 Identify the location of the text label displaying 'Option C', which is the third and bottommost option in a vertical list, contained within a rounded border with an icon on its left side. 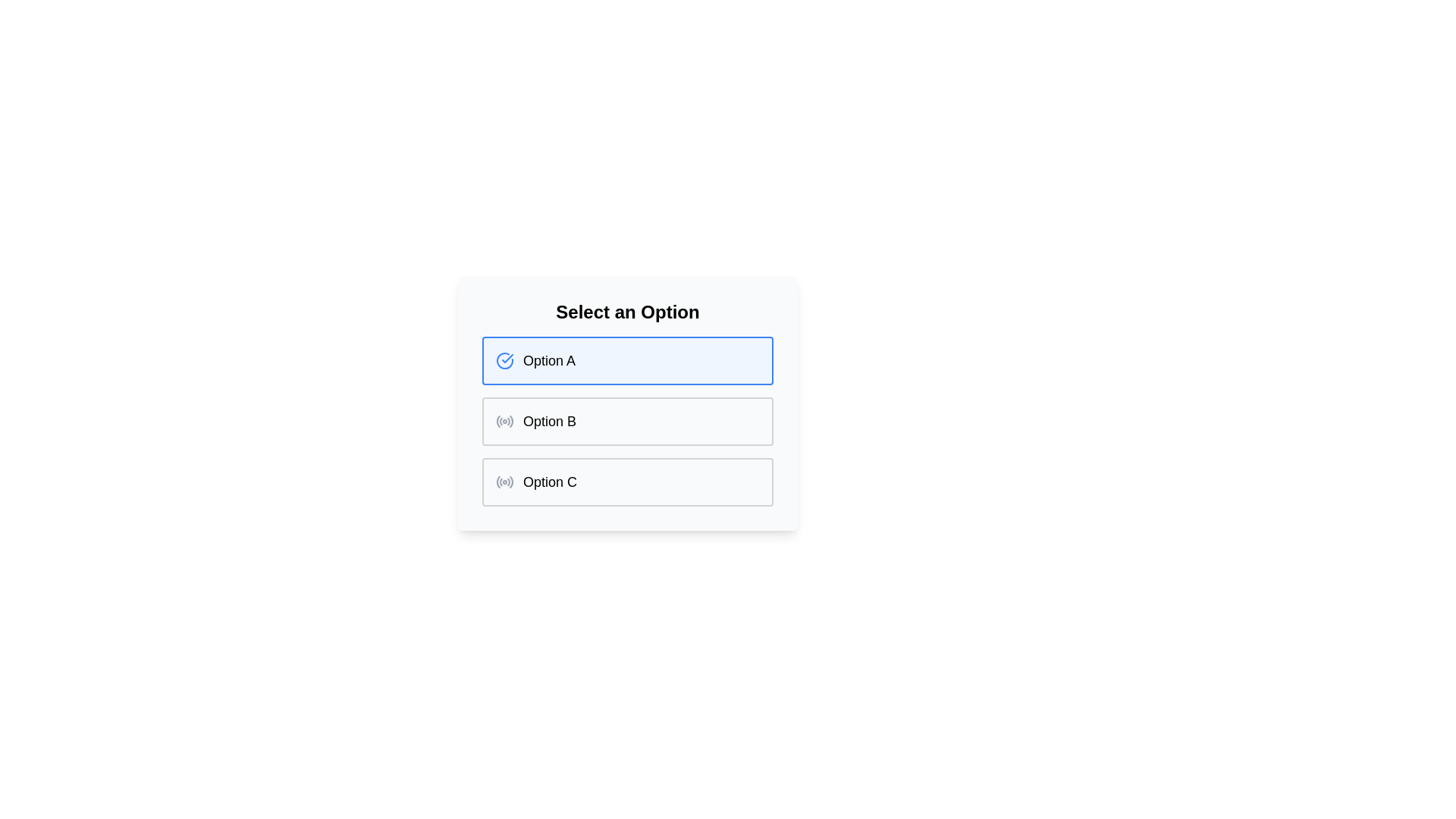
(549, 482).